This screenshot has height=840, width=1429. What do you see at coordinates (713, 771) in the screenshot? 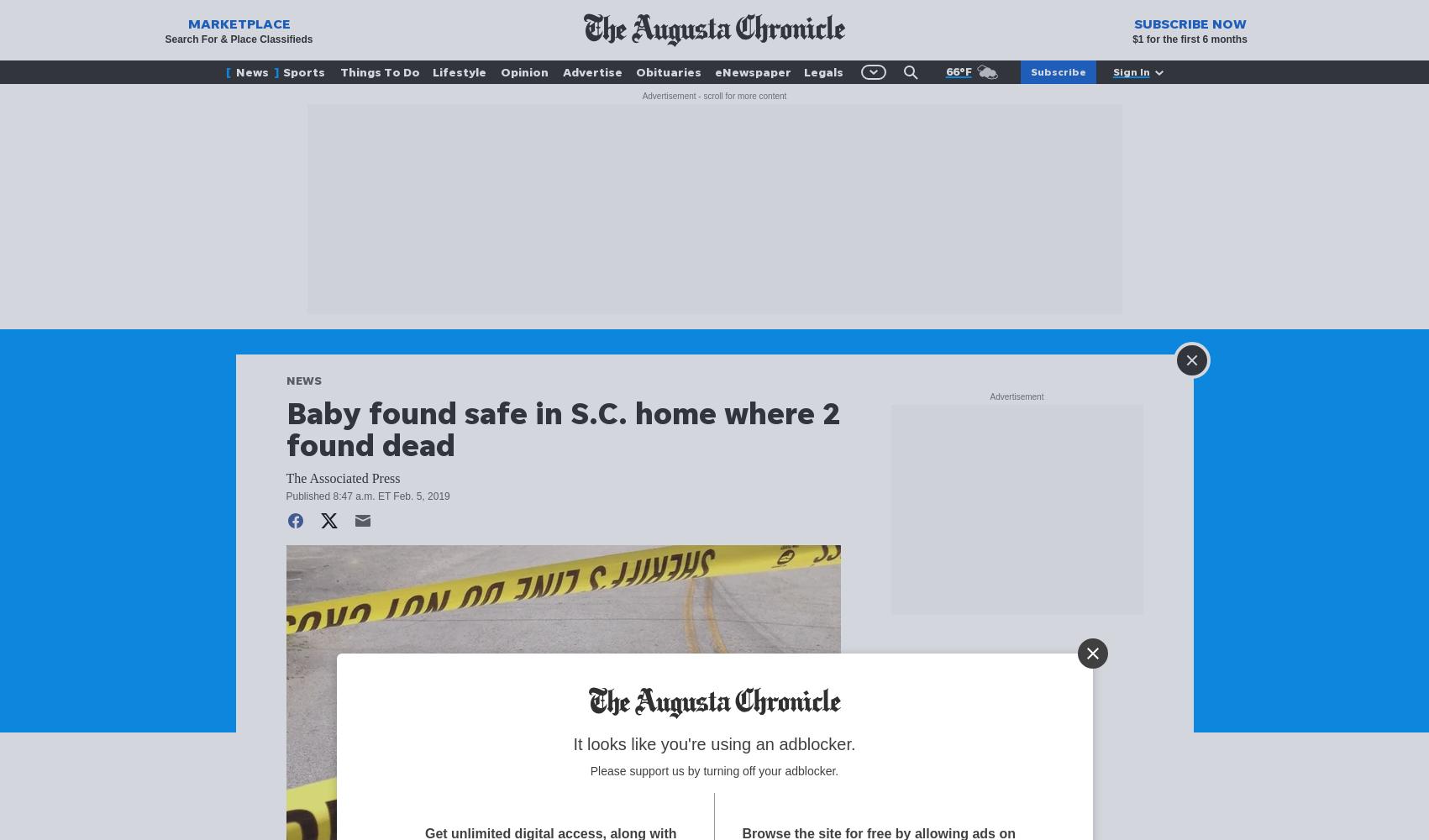
I see `'Please support us by turning off your adblocker.'` at bounding box center [713, 771].